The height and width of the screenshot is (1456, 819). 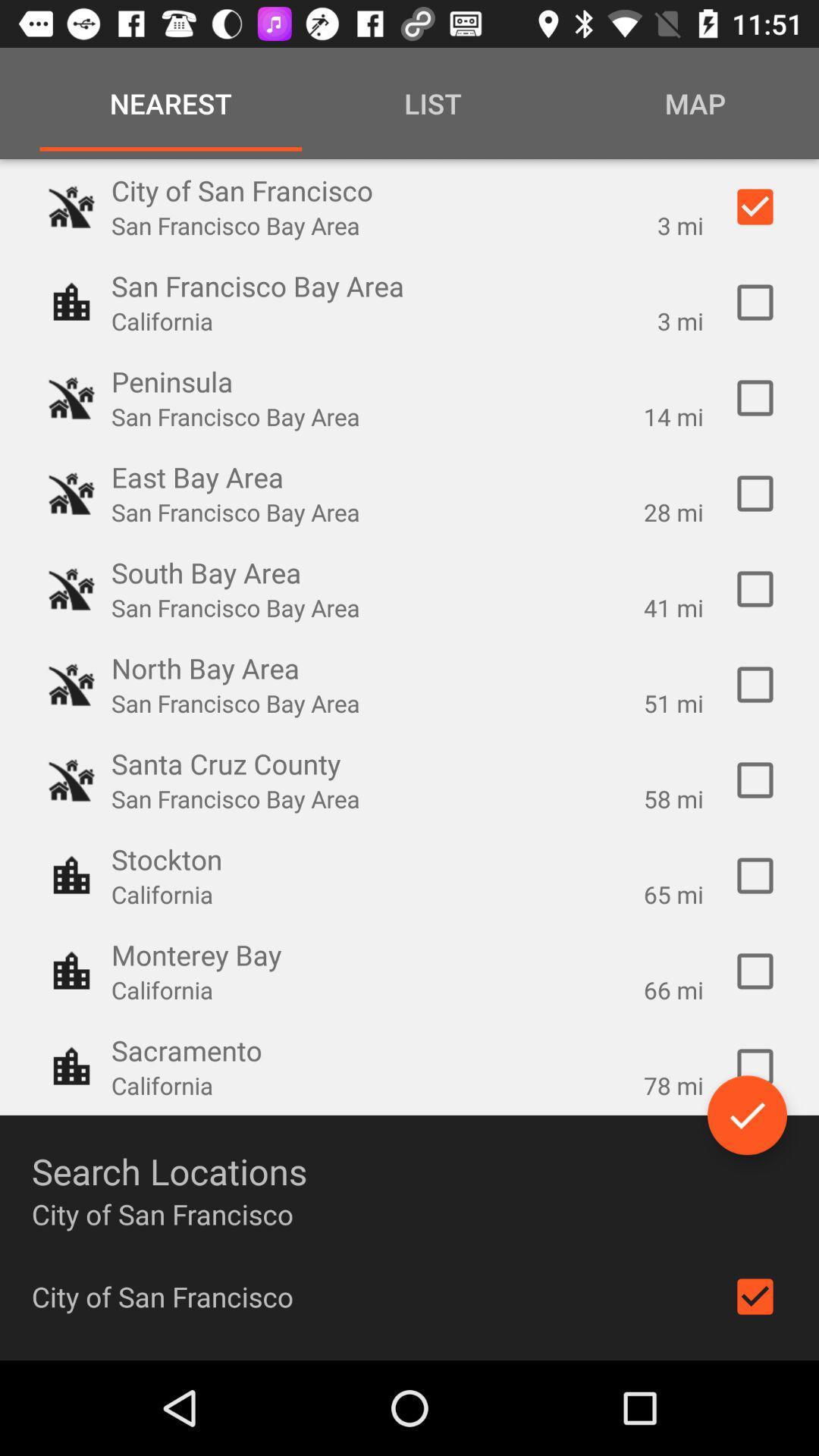 I want to click on checkbox to select, so click(x=755, y=397).